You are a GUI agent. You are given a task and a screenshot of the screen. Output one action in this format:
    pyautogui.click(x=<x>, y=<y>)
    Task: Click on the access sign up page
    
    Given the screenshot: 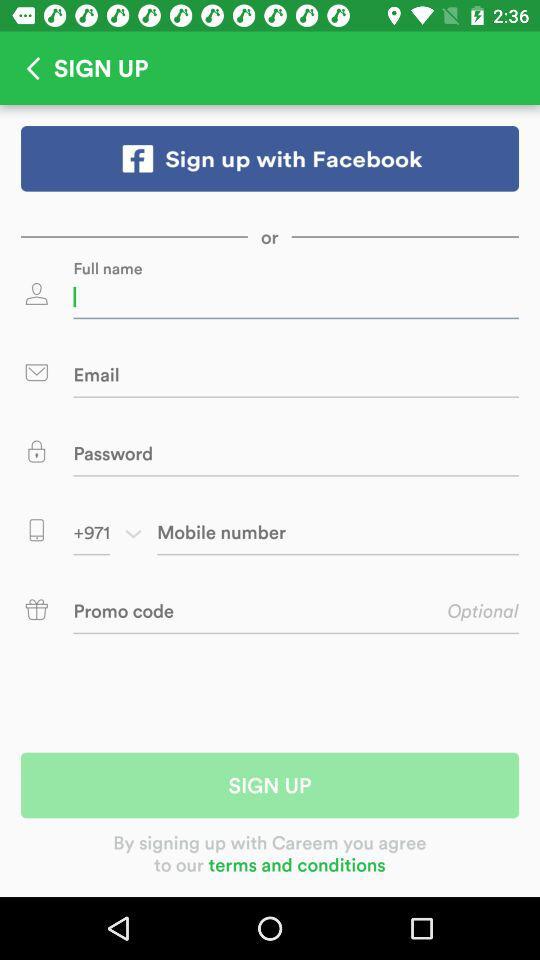 What is the action you would take?
    pyautogui.click(x=270, y=157)
    